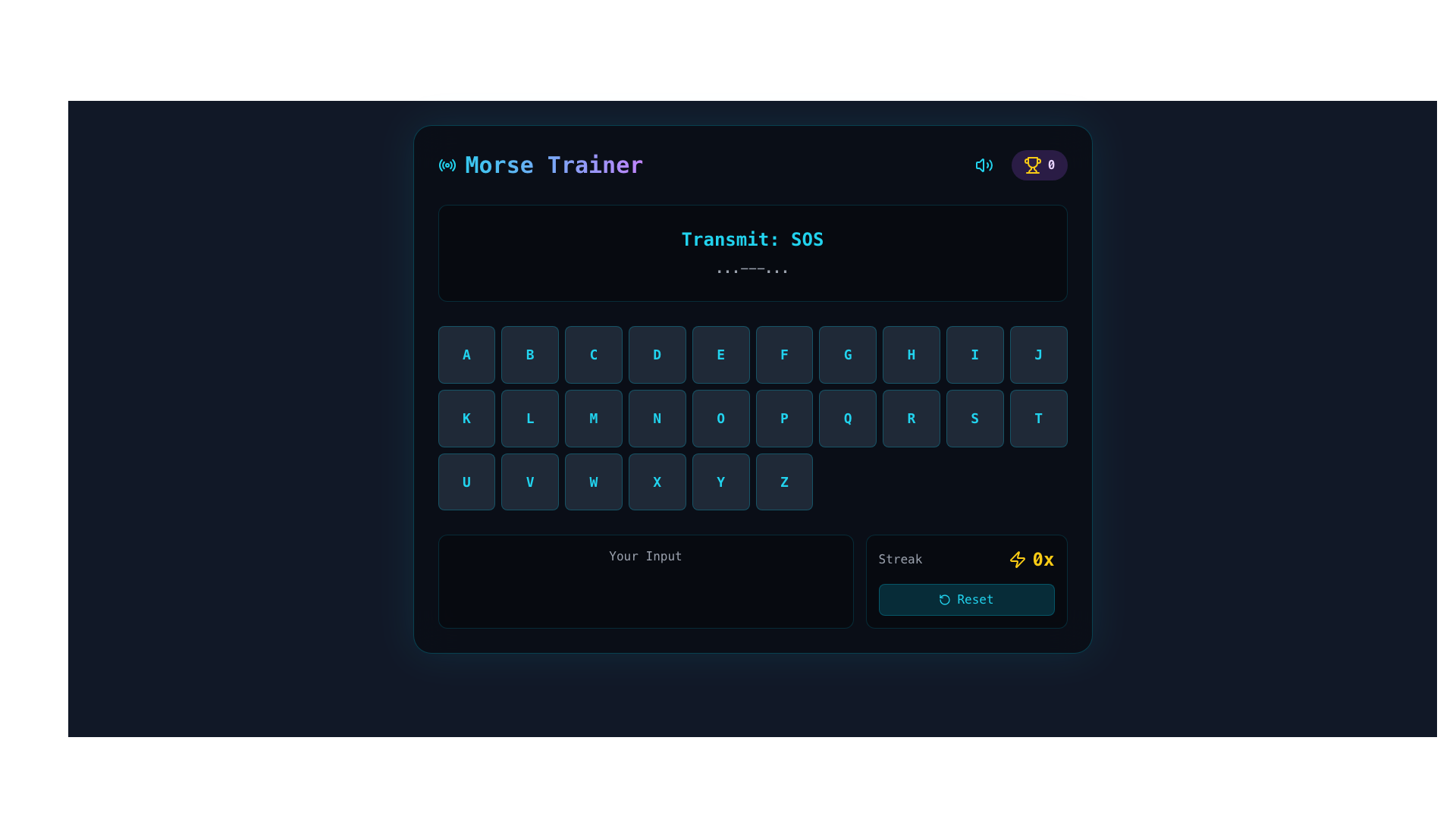  Describe the element at coordinates (657, 354) in the screenshot. I see `the square button with a rounded border, containing the letter 'D' in cyan text, to input 'D'` at that location.